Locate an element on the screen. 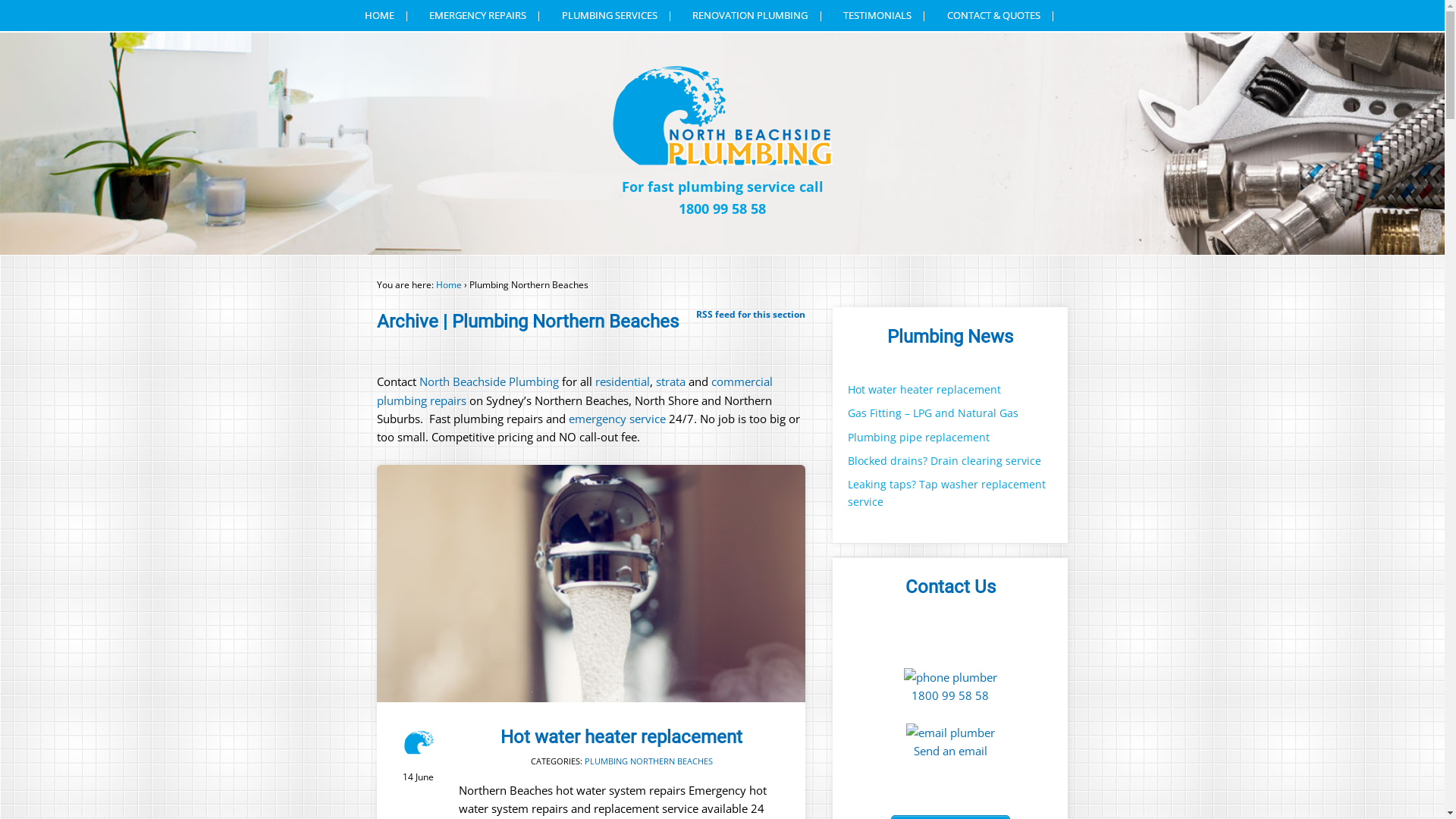 Image resolution: width=1456 pixels, height=819 pixels. 'Blocked drains? Drain clearing service' is located at coordinates (847, 460).